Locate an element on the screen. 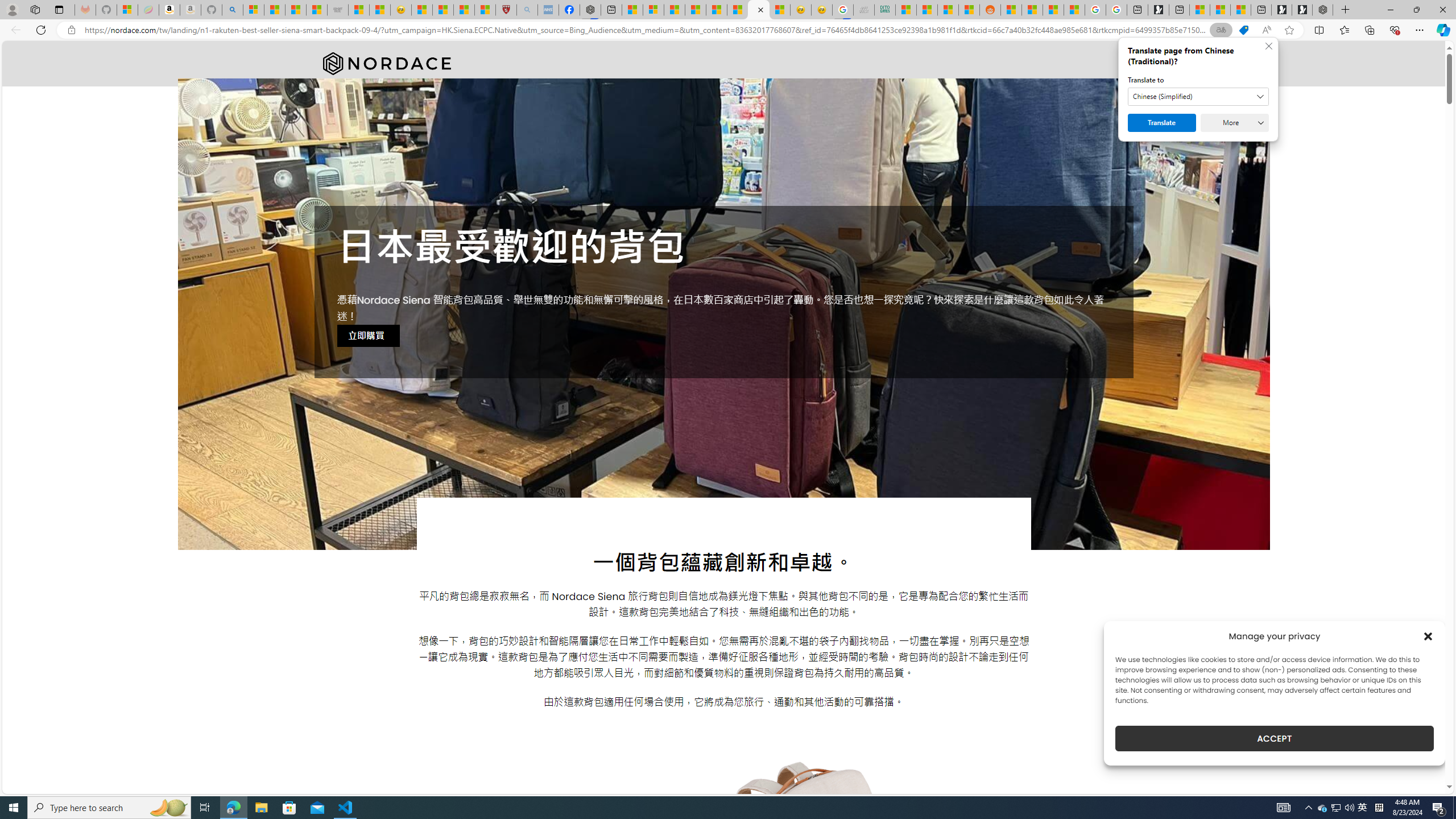  'This site has coupons! Shopping in Microsoft Edge' is located at coordinates (1243, 30).